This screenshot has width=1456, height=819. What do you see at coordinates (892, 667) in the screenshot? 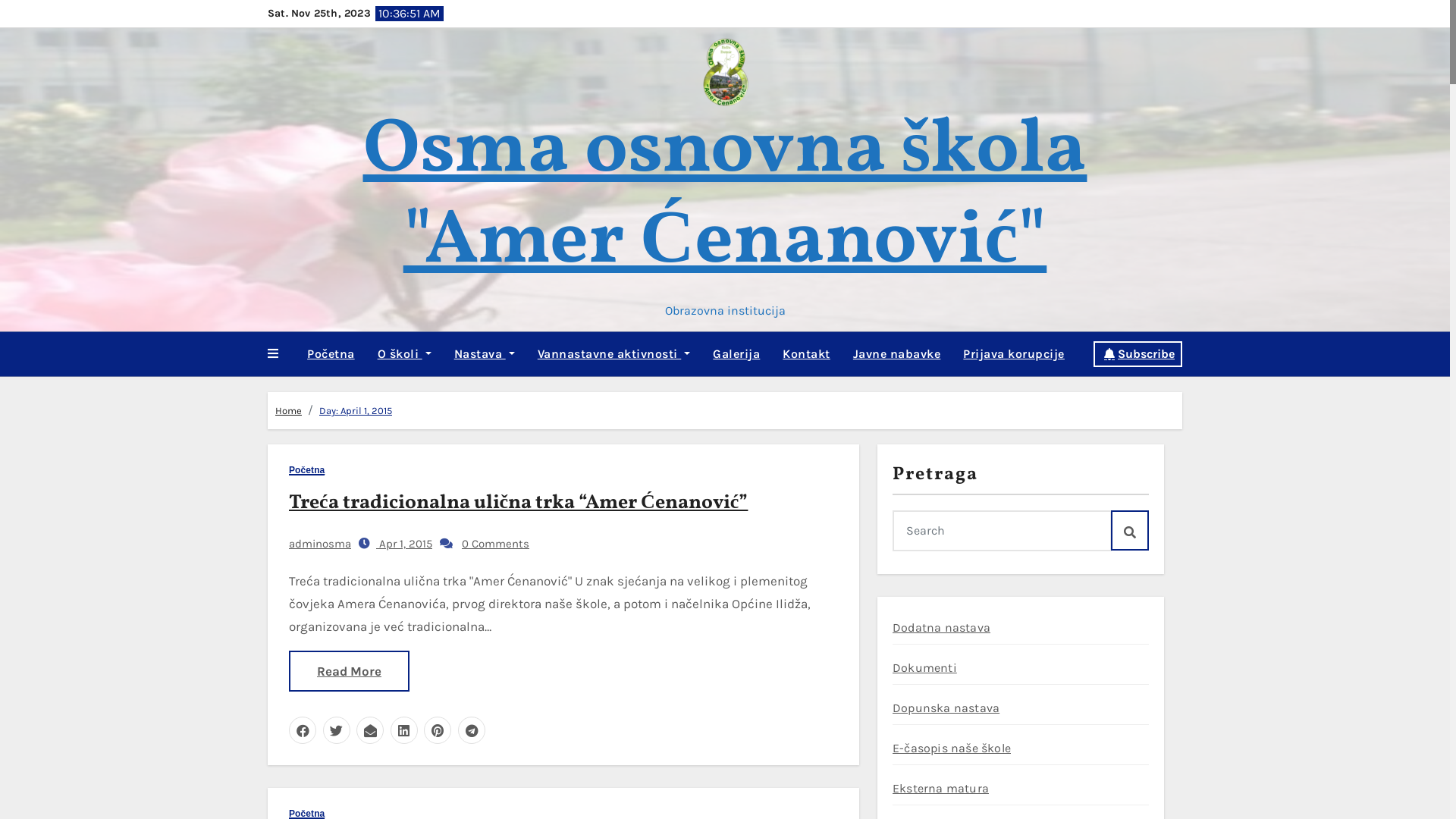
I see `'Dokumenti'` at bounding box center [892, 667].